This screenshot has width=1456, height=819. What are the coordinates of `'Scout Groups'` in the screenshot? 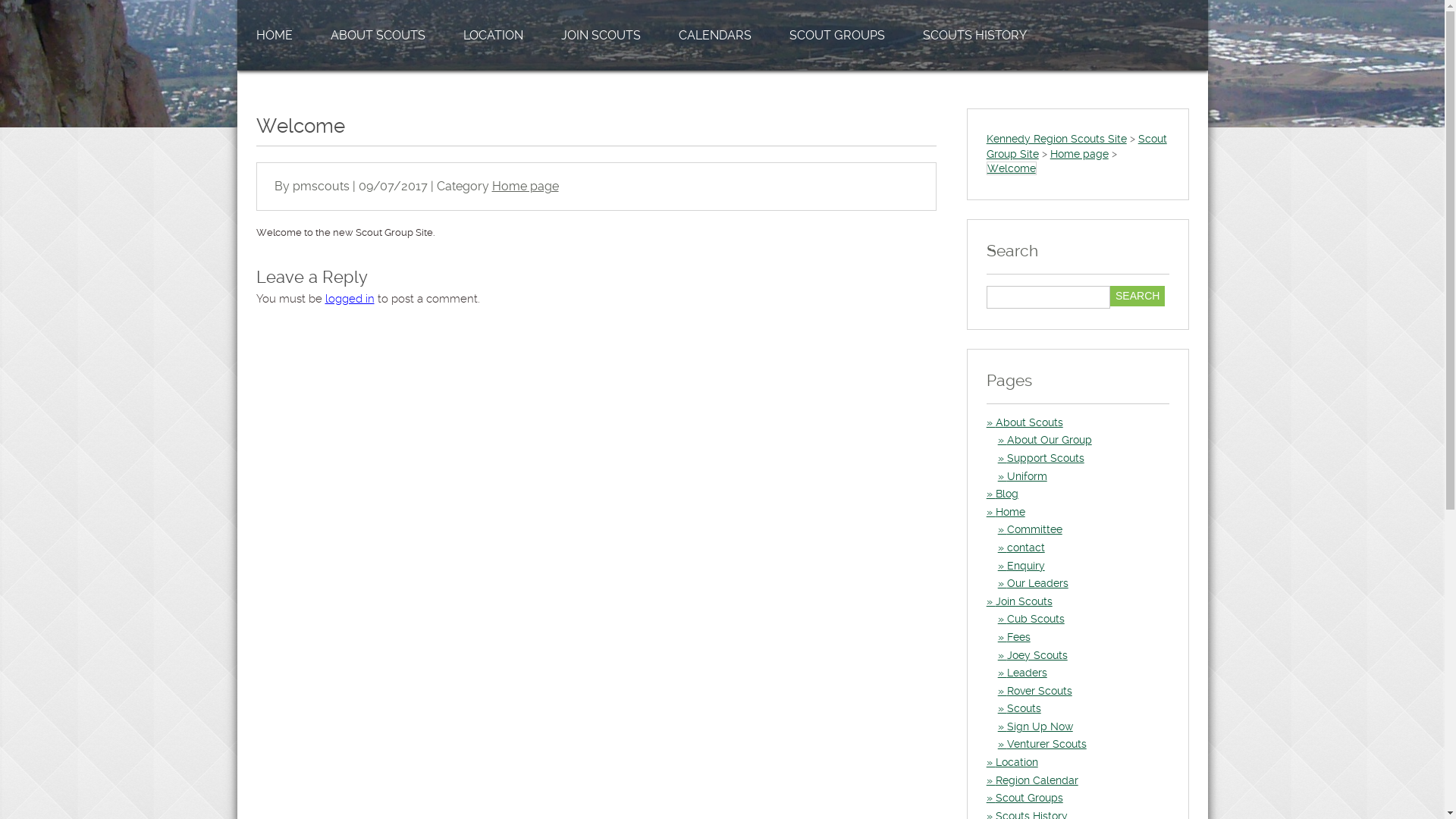 It's located at (986, 797).